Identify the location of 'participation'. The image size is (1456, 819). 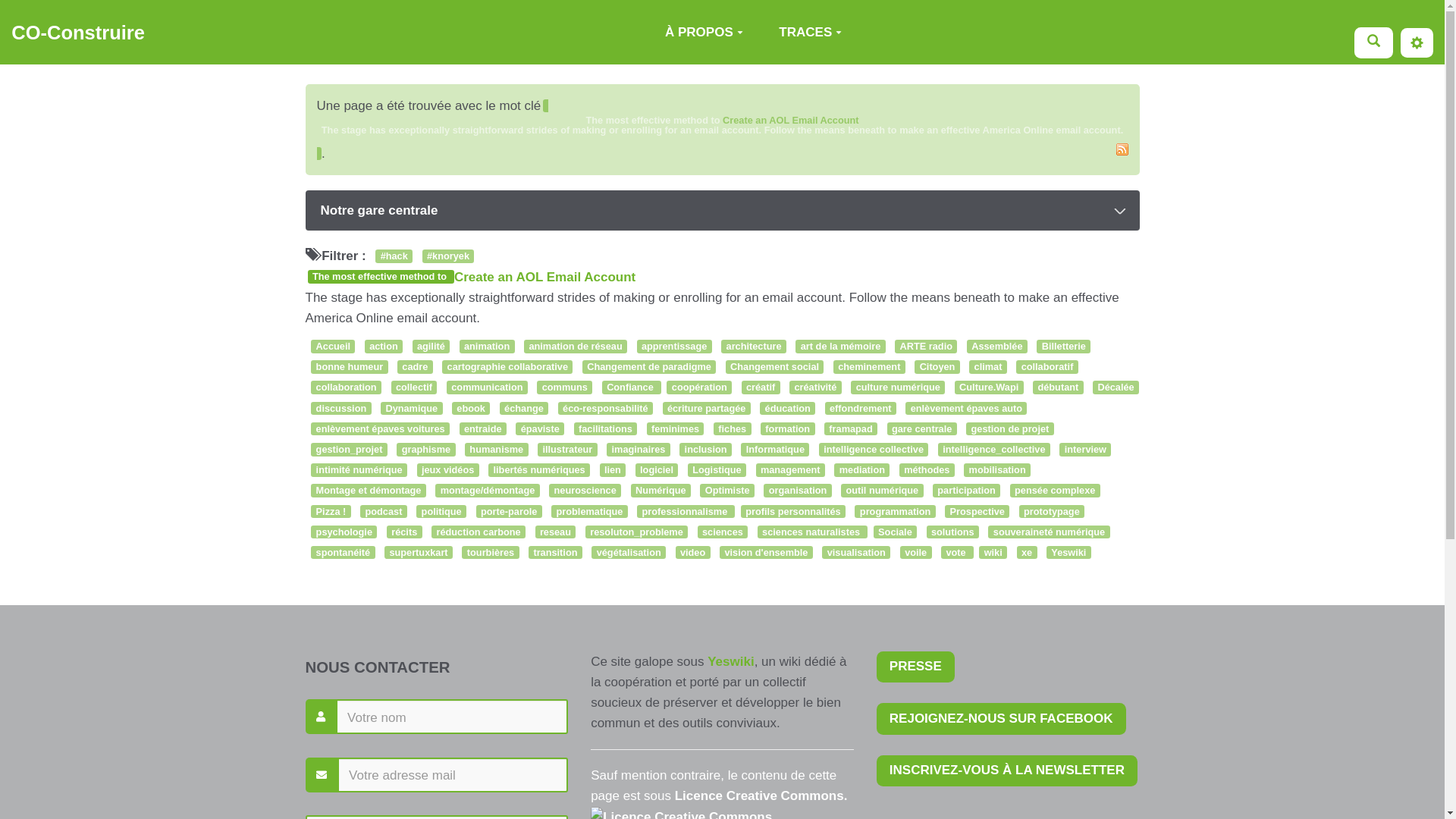
(931, 491).